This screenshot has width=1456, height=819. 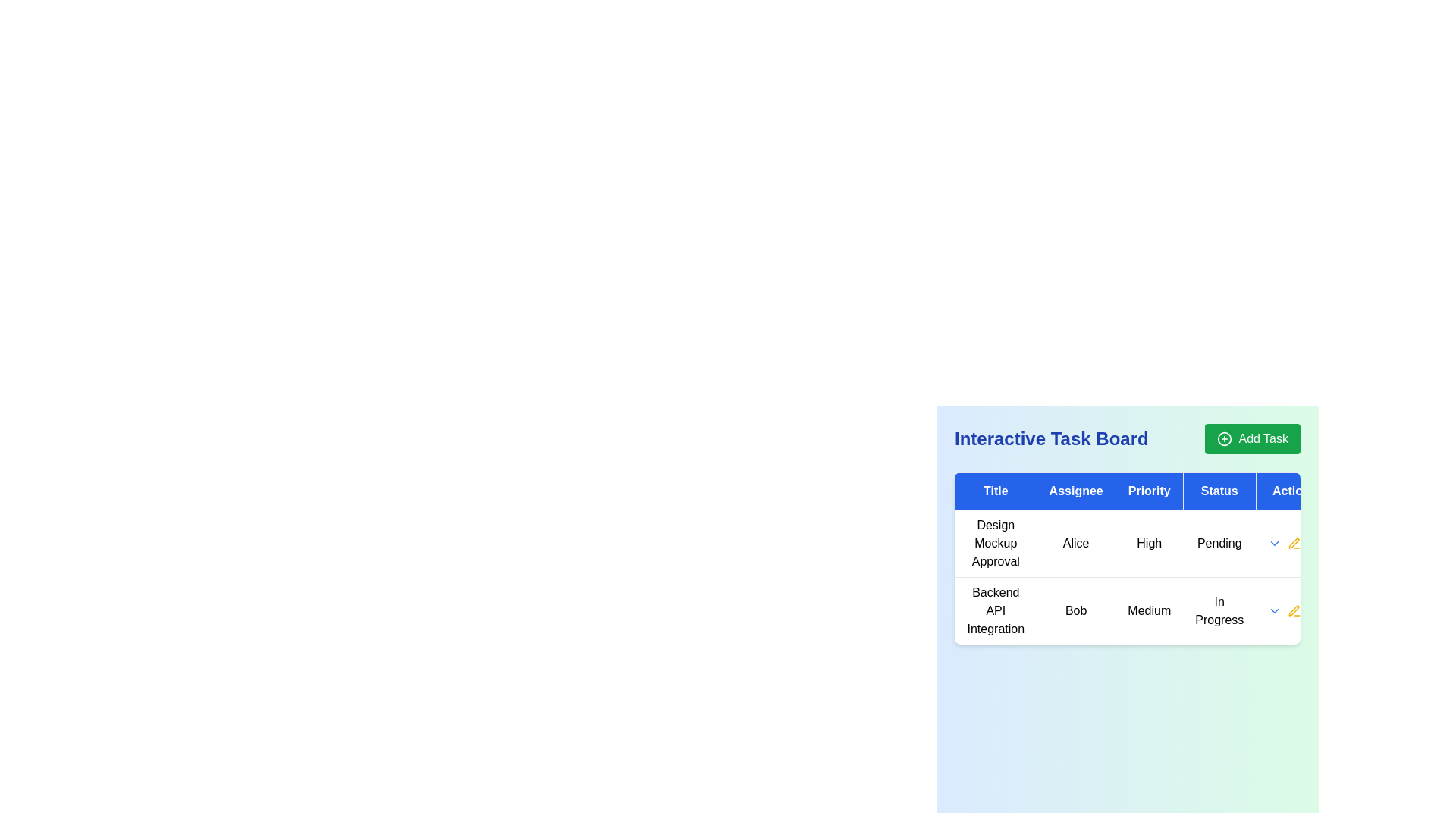 What do you see at coordinates (1313, 543) in the screenshot?
I see `the small square icon with a red border in the 'Actions' column of the task board table, which aligns with the 'Design Mockup Approval' task row` at bounding box center [1313, 543].